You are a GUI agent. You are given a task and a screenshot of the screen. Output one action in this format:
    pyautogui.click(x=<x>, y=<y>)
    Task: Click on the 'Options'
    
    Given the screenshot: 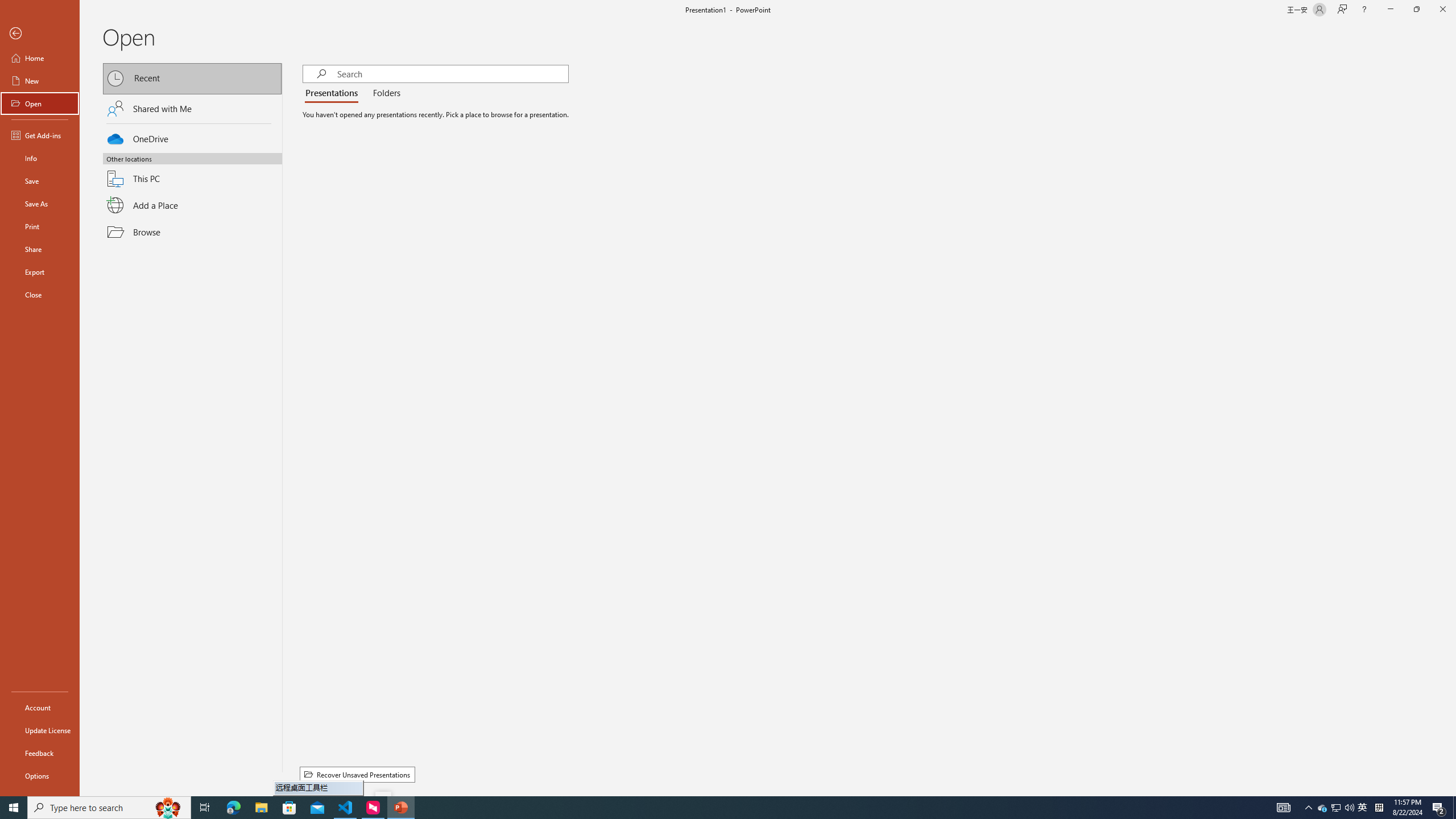 What is the action you would take?
    pyautogui.click(x=39, y=775)
    